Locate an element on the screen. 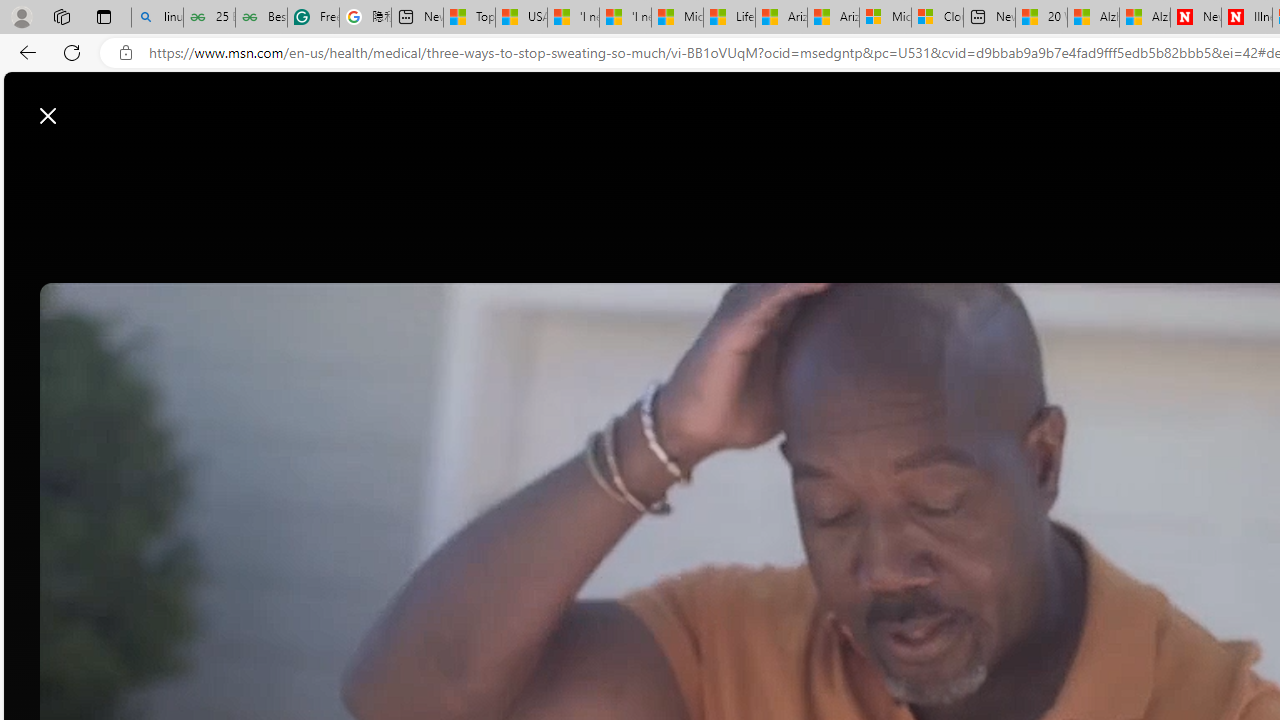 The height and width of the screenshot is (720, 1280). 'Skip to content' is located at coordinates (86, 105).